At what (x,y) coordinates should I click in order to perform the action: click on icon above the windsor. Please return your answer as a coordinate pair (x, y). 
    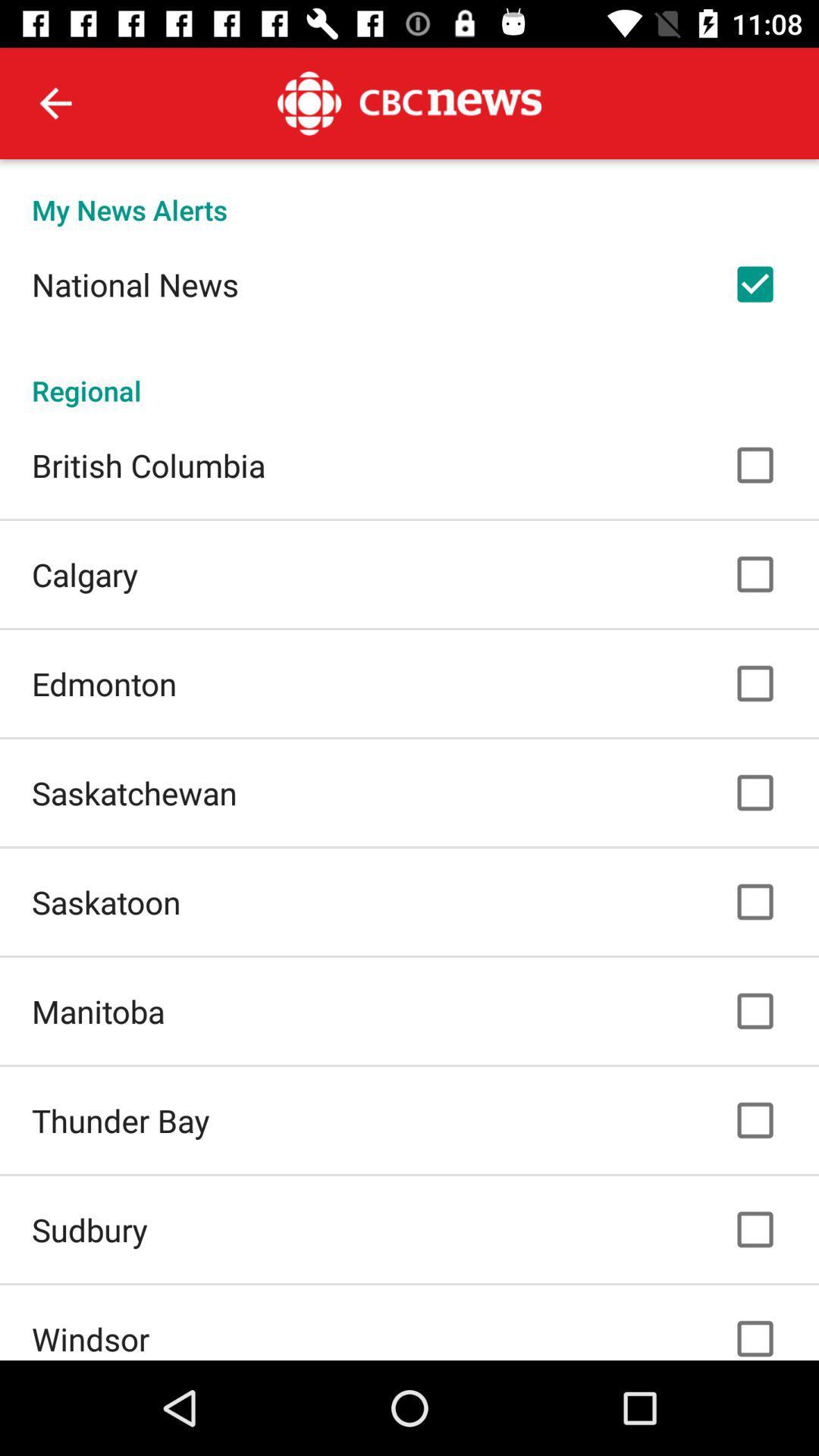
    Looking at the image, I should click on (89, 1229).